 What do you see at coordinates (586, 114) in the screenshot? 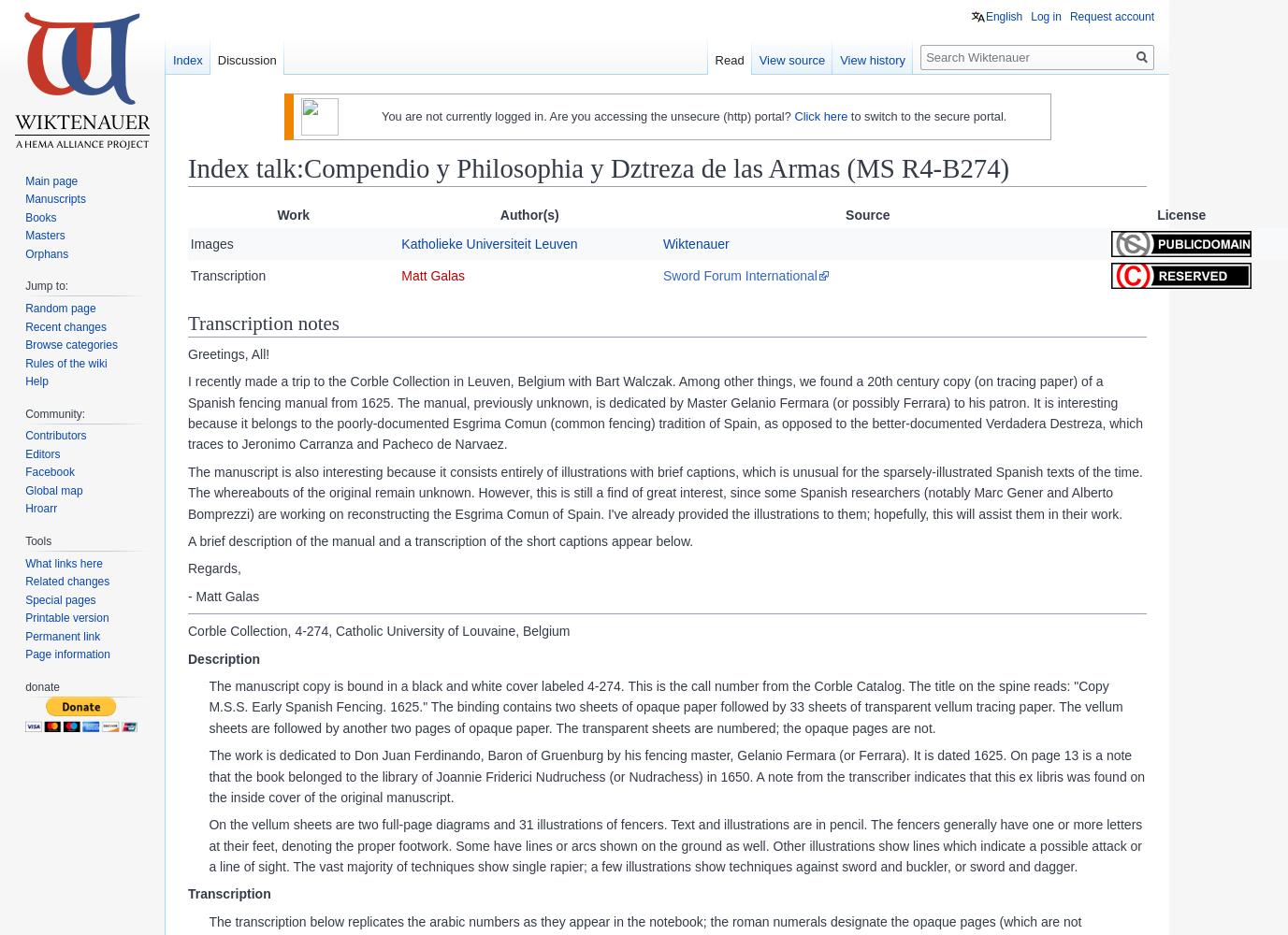
I see `'You are not currently logged in. Are you accessing the unsecure (http) portal?'` at bounding box center [586, 114].